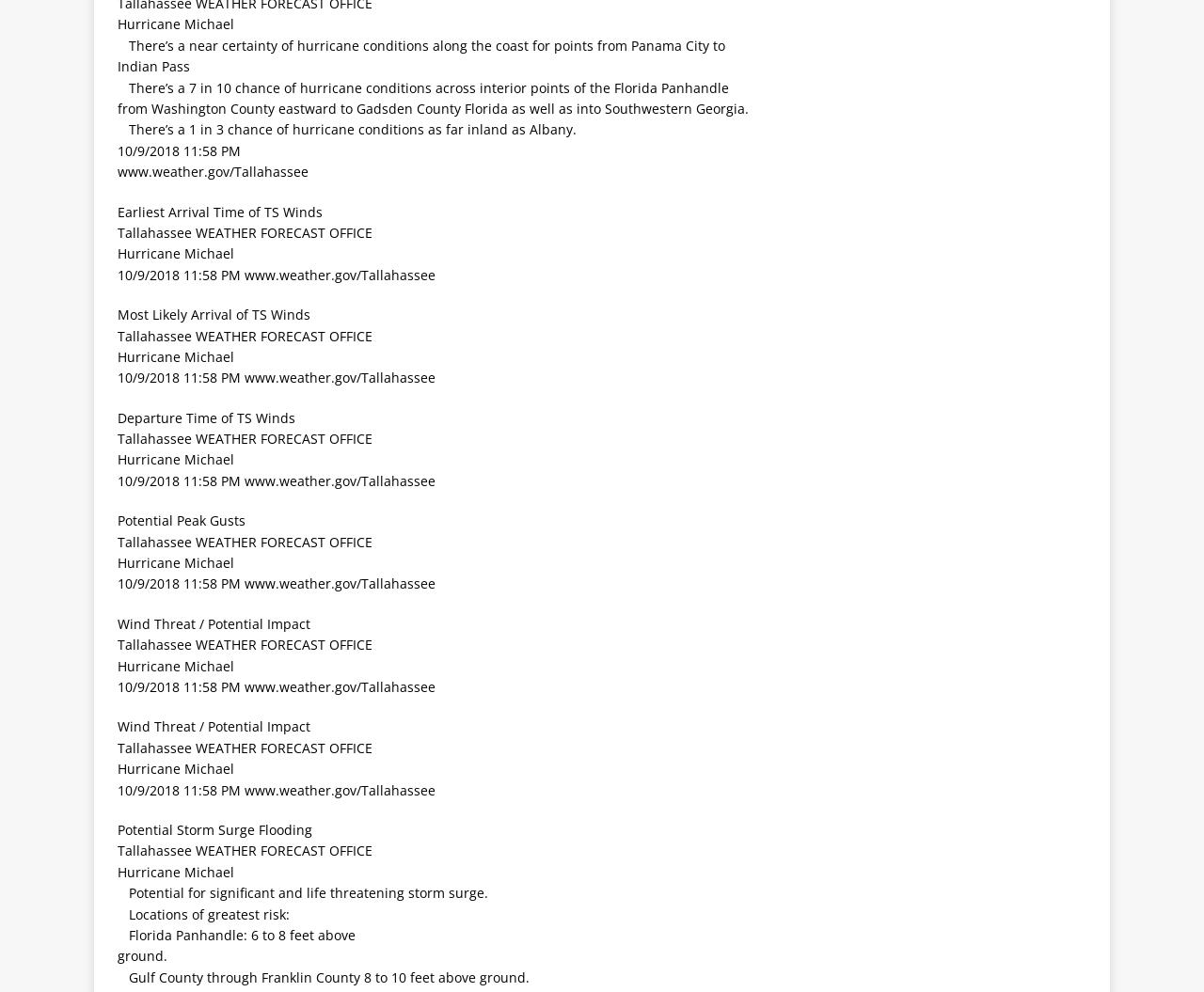 This screenshot has width=1204, height=992. I want to click on 'ground.', so click(141, 954).